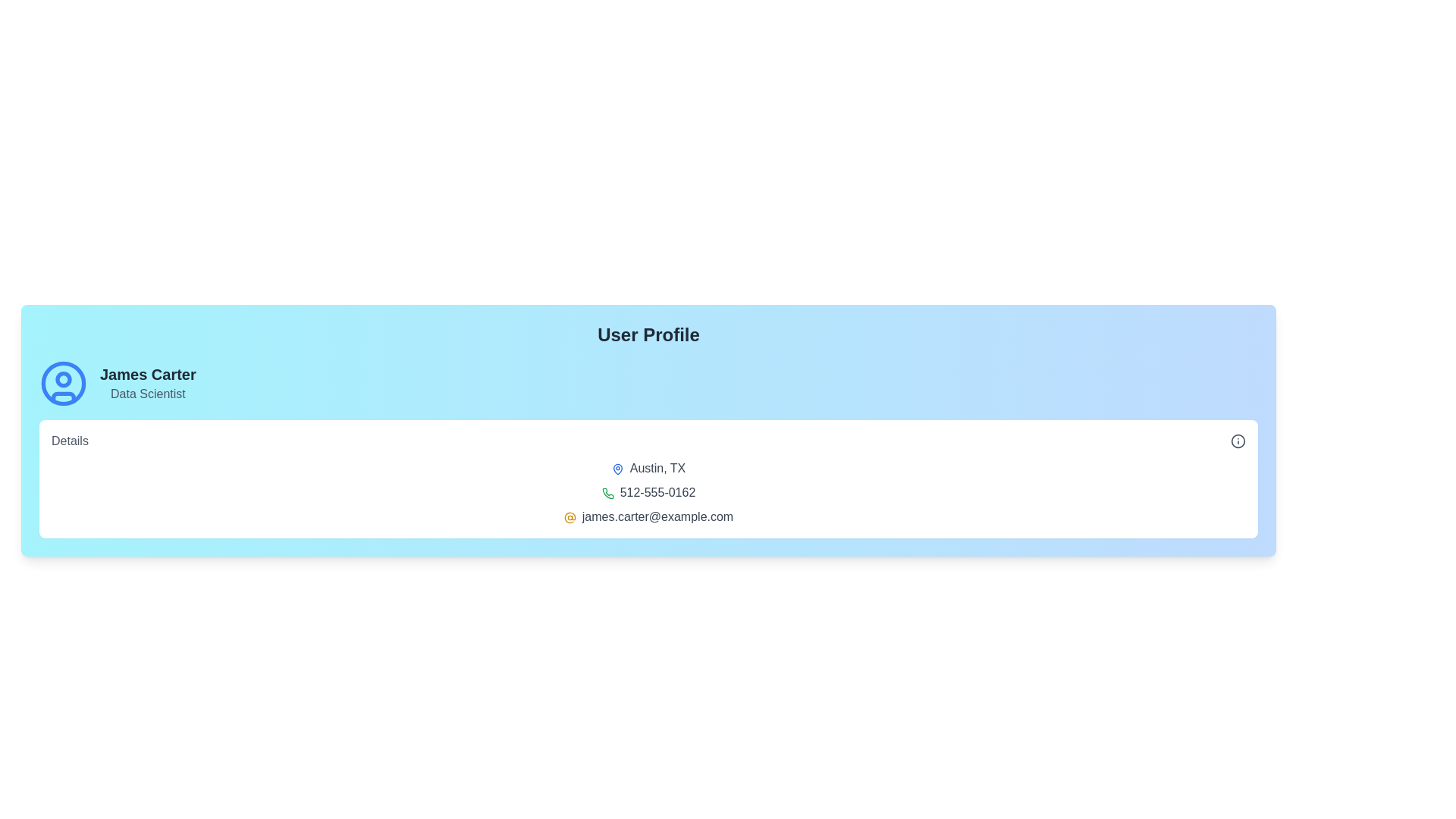 This screenshot has width=1456, height=819. I want to click on the circular icon with a border containing an exclamation mark, located to the right of the 'Details' text, so click(1238, 441).